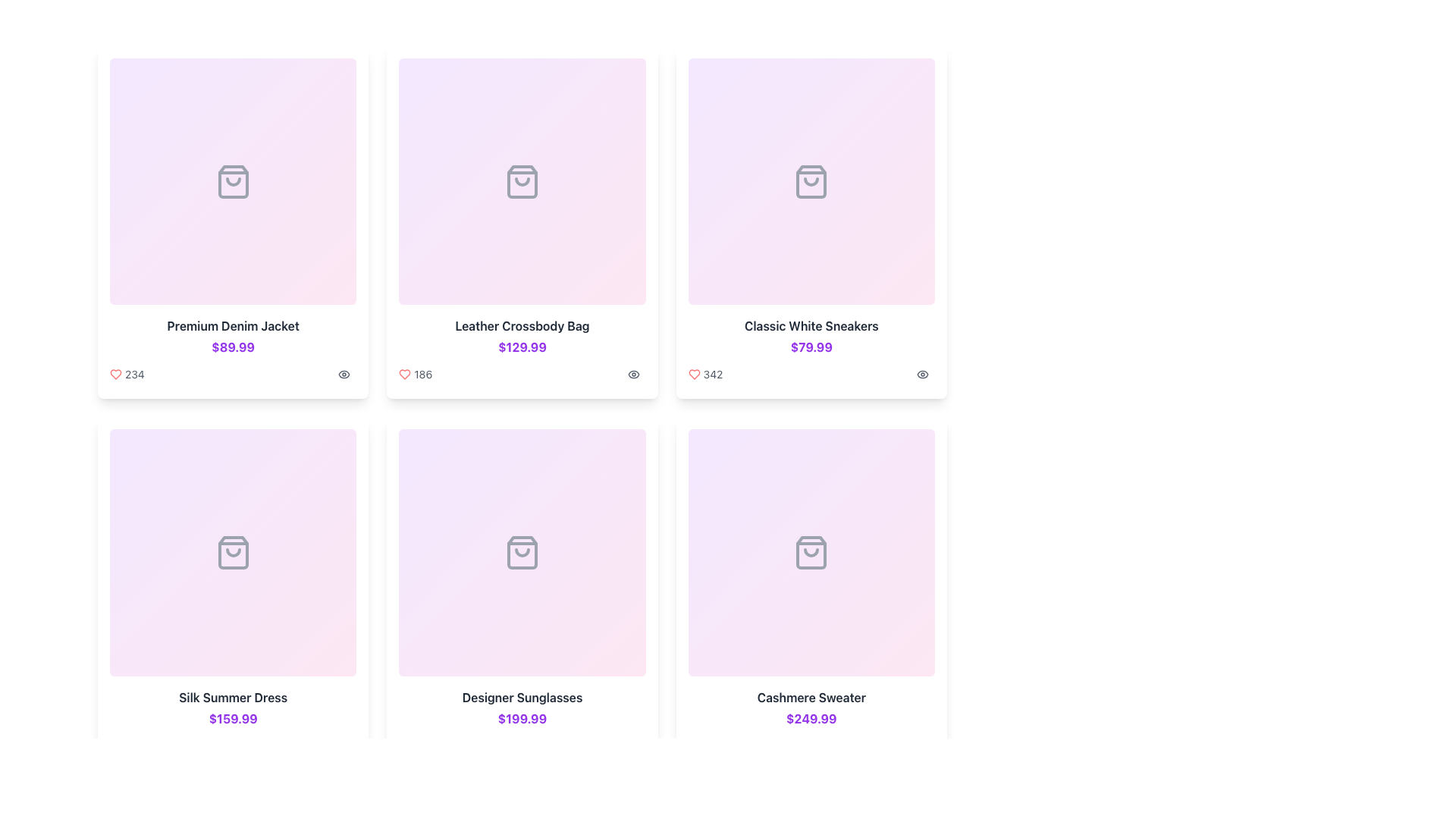 This screenshot has width=1456, height=819. What do you see at coordinates (811, 593) in the screenshot?
I see `the interactive icons within the Product card component located in the third row and third column of the grid layout` at bounding box center [811, 593].